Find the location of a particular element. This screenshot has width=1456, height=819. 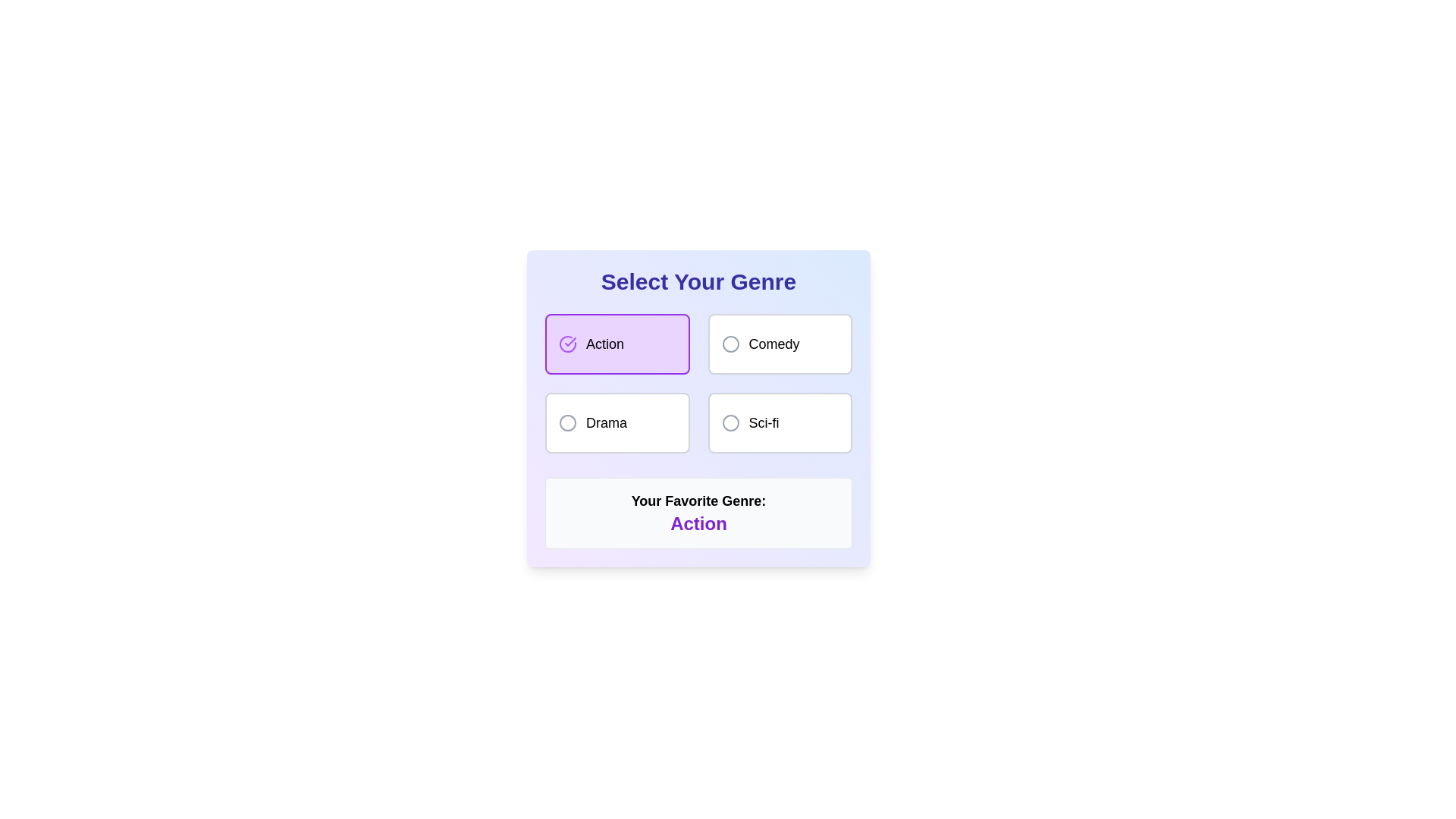

the text label for the selectable option in the genre selection interface located in the bottom-left card under 'Select Your Genre', which is to the right of a circular radio button is located at coordinates (607, 423).